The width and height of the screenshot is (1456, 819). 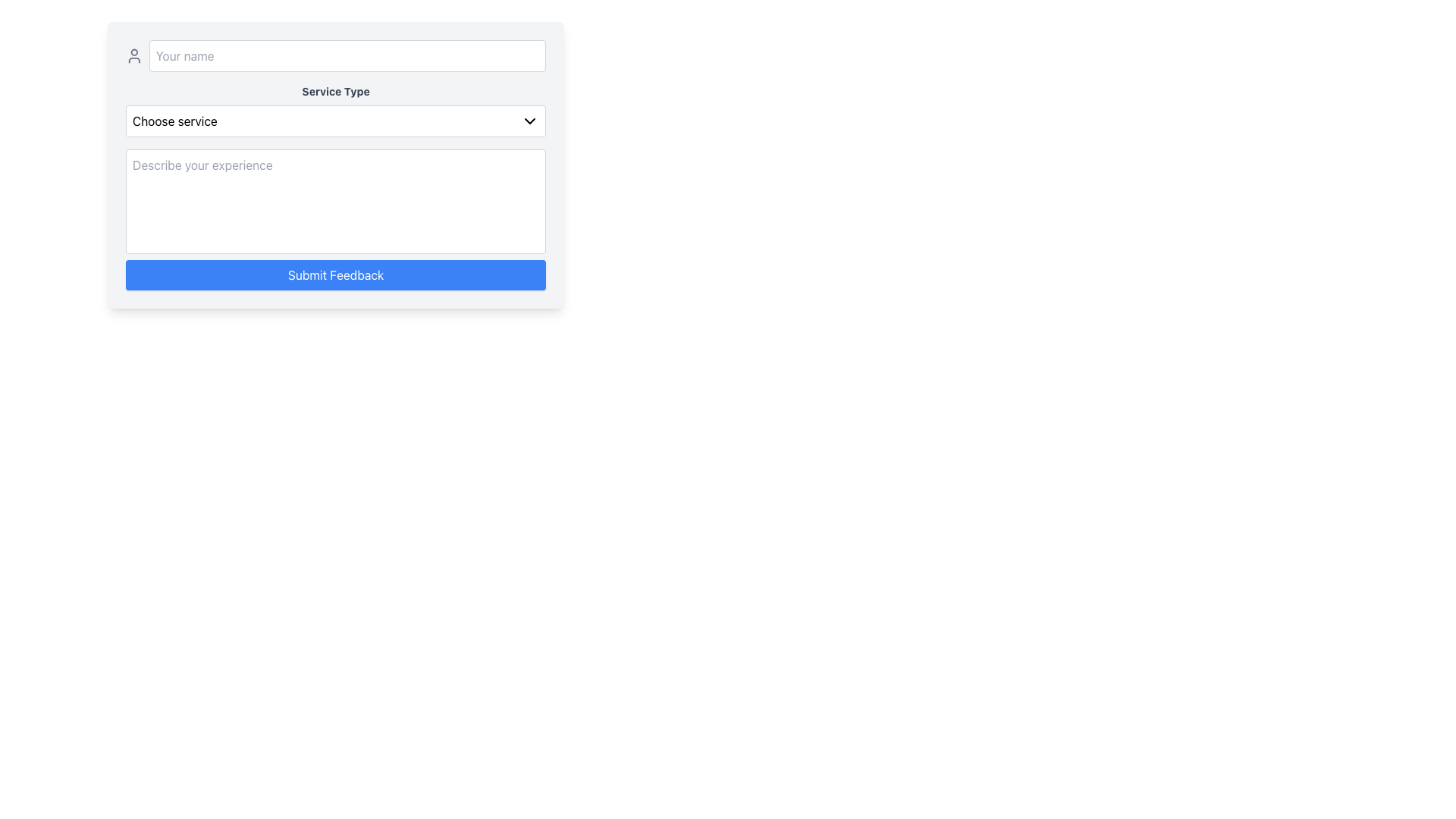 What do you see at coordinates (134, 55) in the screenshot?
I see `the user icon, which is a gray icon symbolizing a user, located to the left of the 'Your name' text input field at the top section of the form interface` at bounding box center [134, 55].